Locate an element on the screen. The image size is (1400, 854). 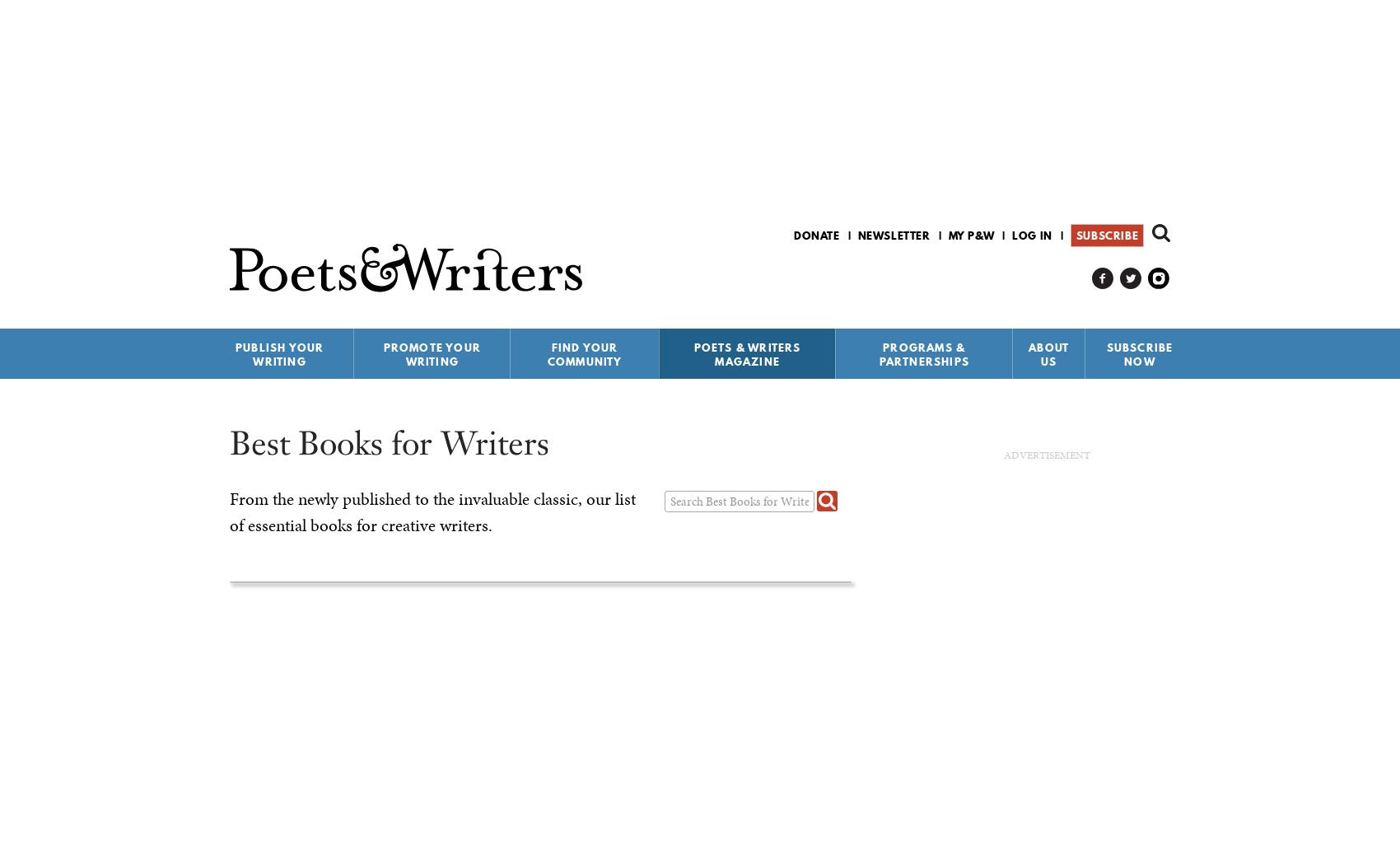
'Promote Your Writing' is located at coordinates (382, 353).